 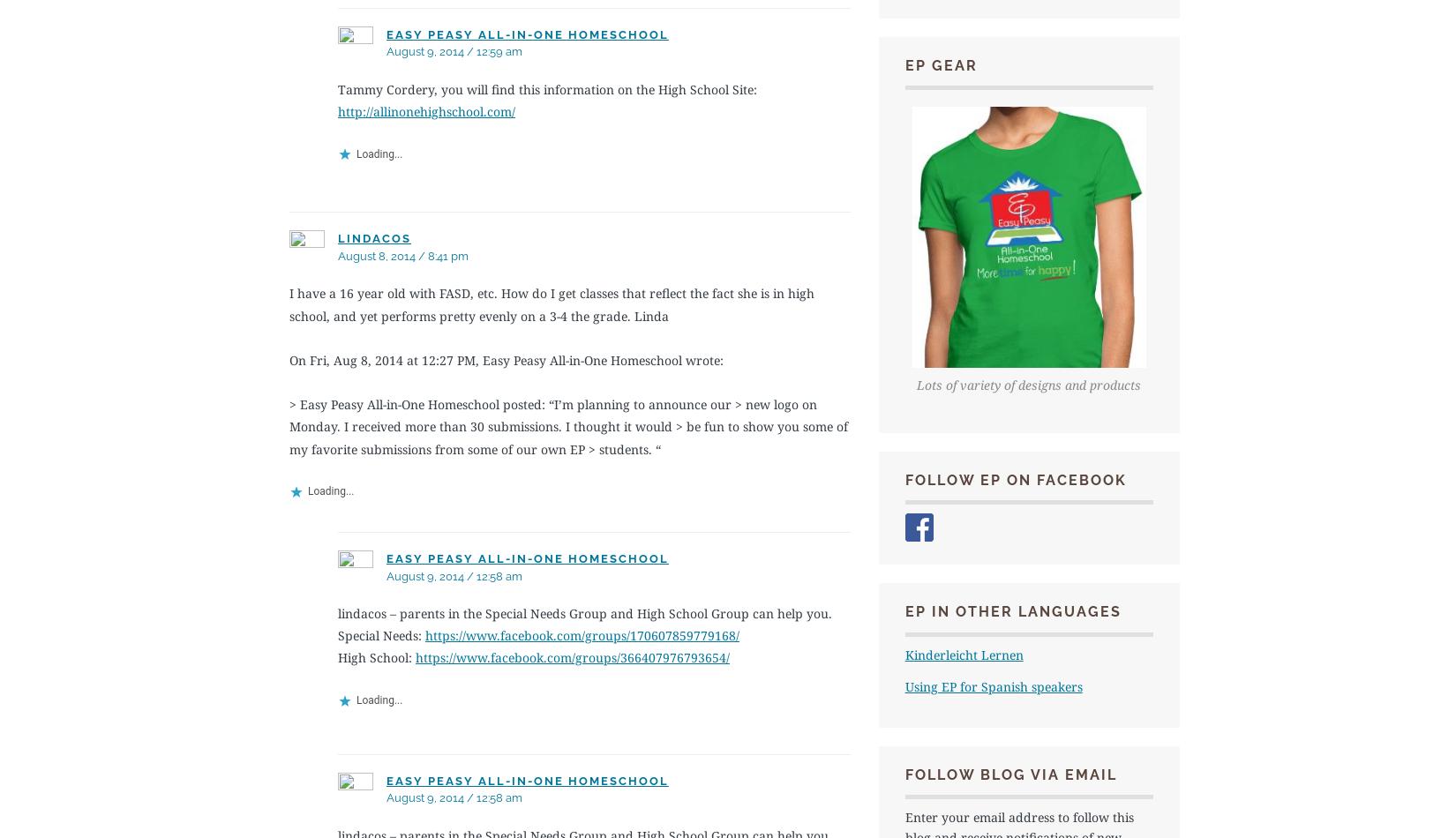 What do you see at coordinates (380, 634) in the screenshot?
I see `'Special Needs:'` at bounding box center [380, 634].